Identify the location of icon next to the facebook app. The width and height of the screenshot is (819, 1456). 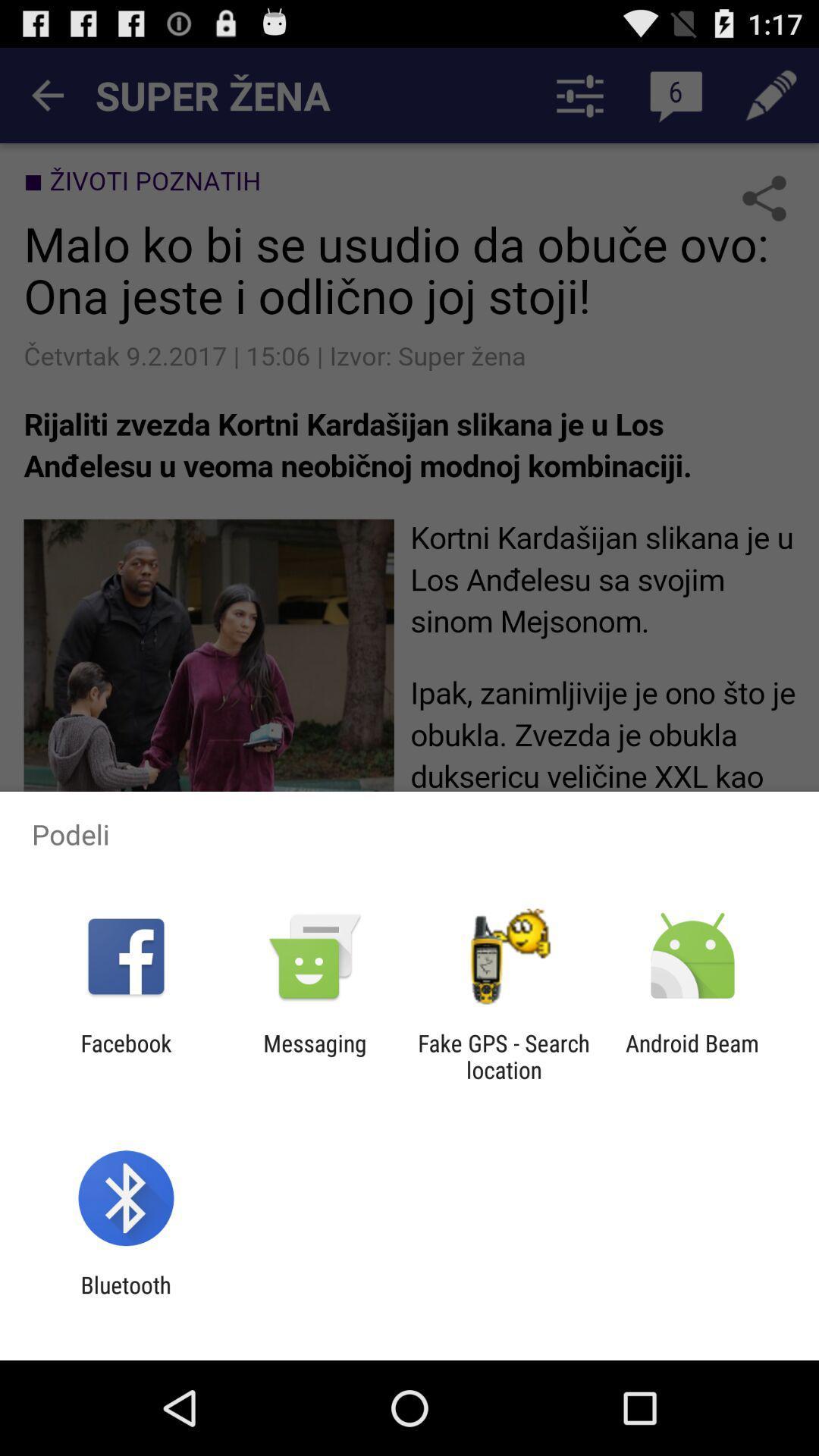
(314, 1056).